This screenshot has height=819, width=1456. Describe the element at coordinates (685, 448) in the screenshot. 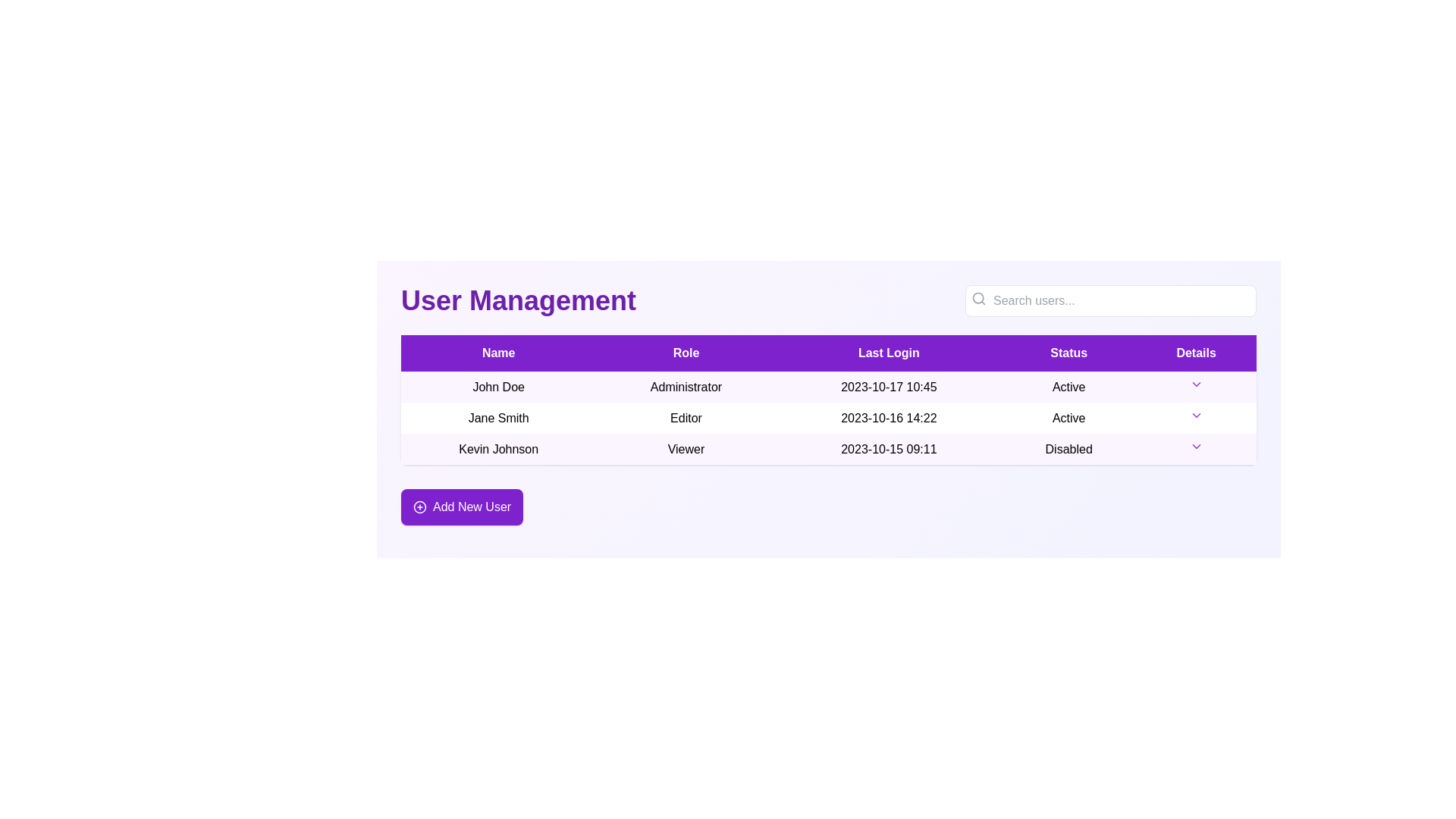

I see `the 'Viewer' text label in the second column of the third row of the table, associated with 'Kevin Johnson'` at that location.